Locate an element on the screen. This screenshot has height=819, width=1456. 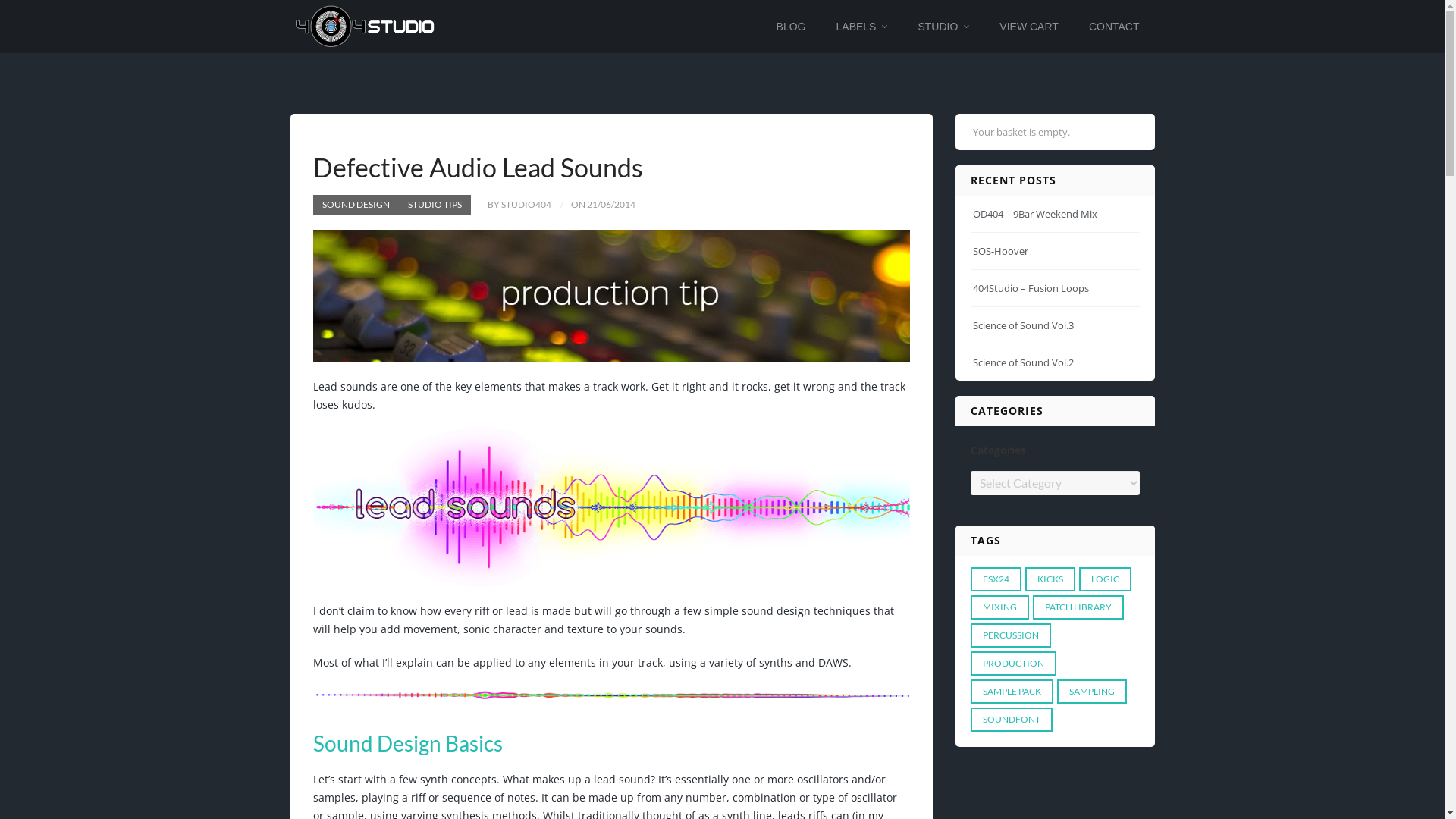
'BY STUDIO404' is located at coordinates (510, 205).